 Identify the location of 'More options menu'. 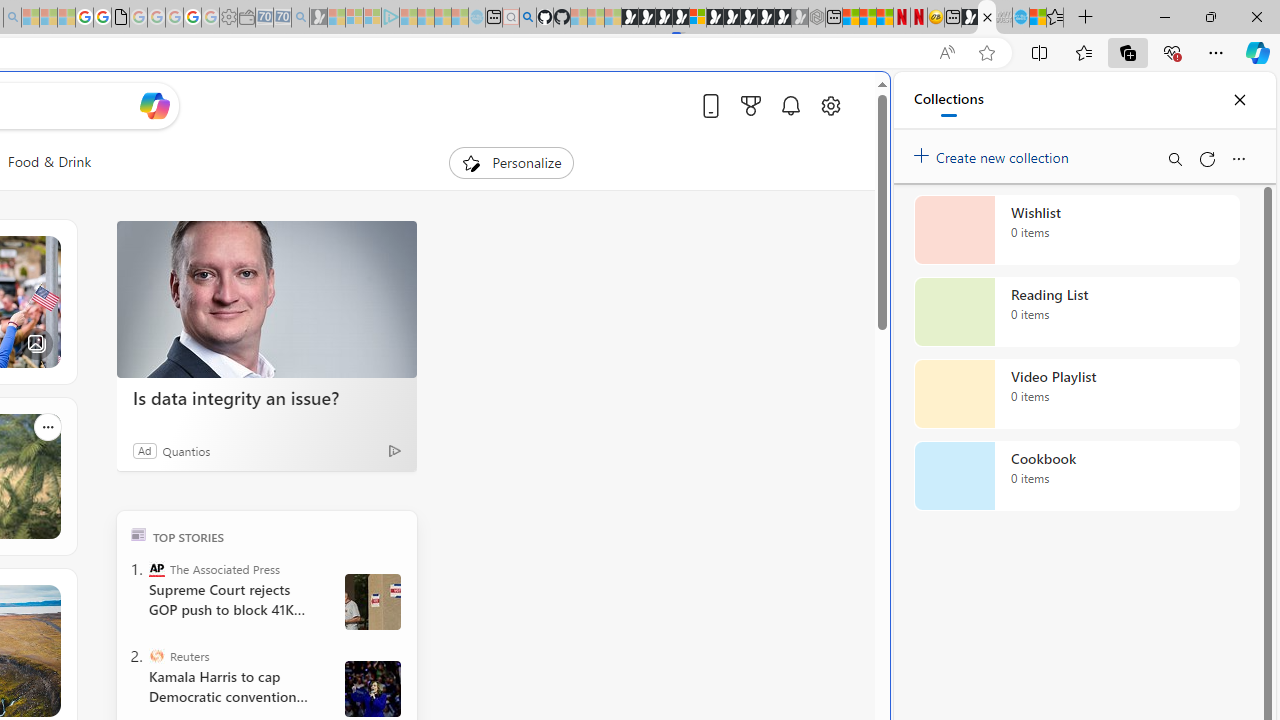
(1237, 158).